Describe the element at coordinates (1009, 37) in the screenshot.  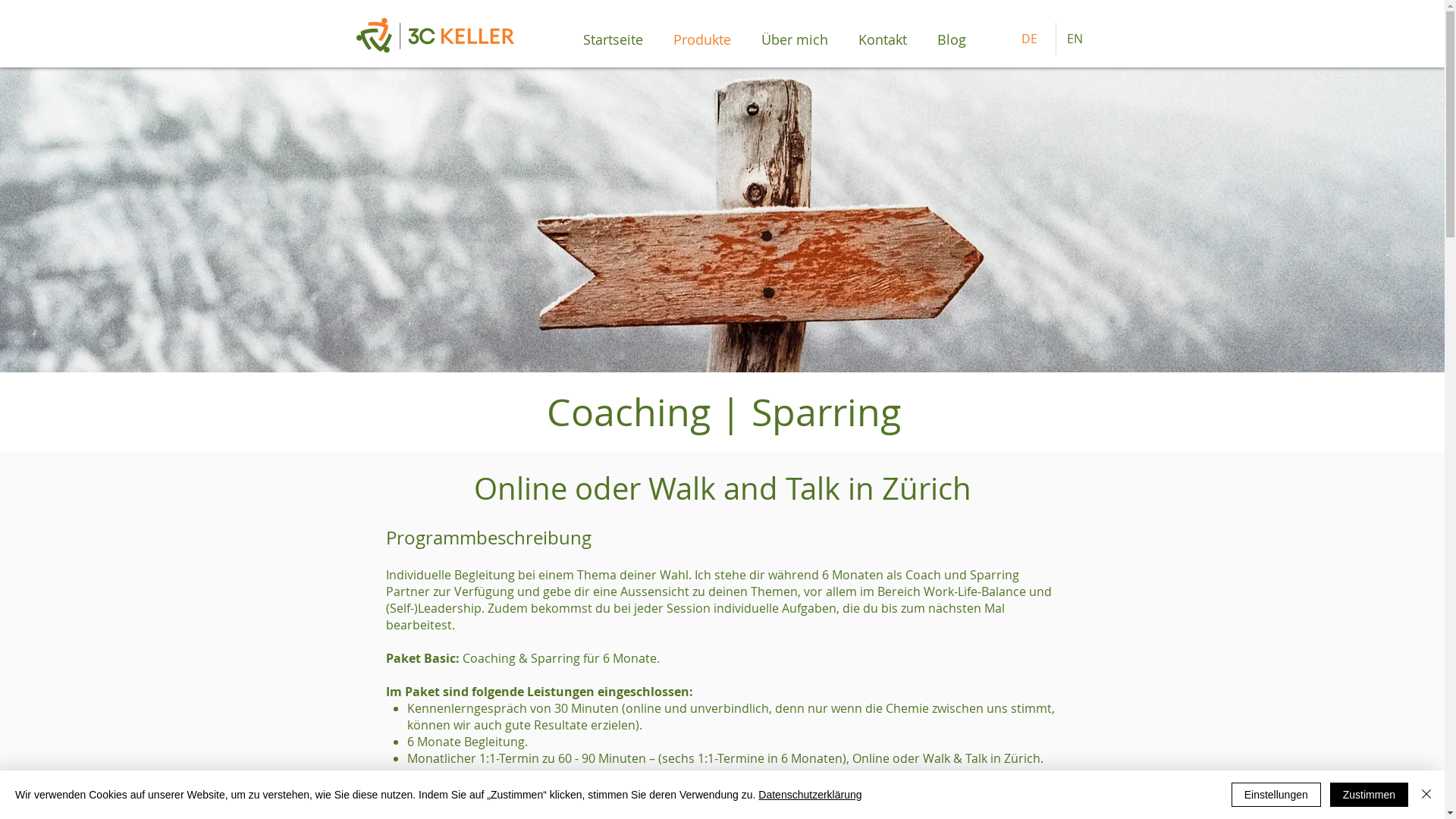
I see `'DE'` at that location.